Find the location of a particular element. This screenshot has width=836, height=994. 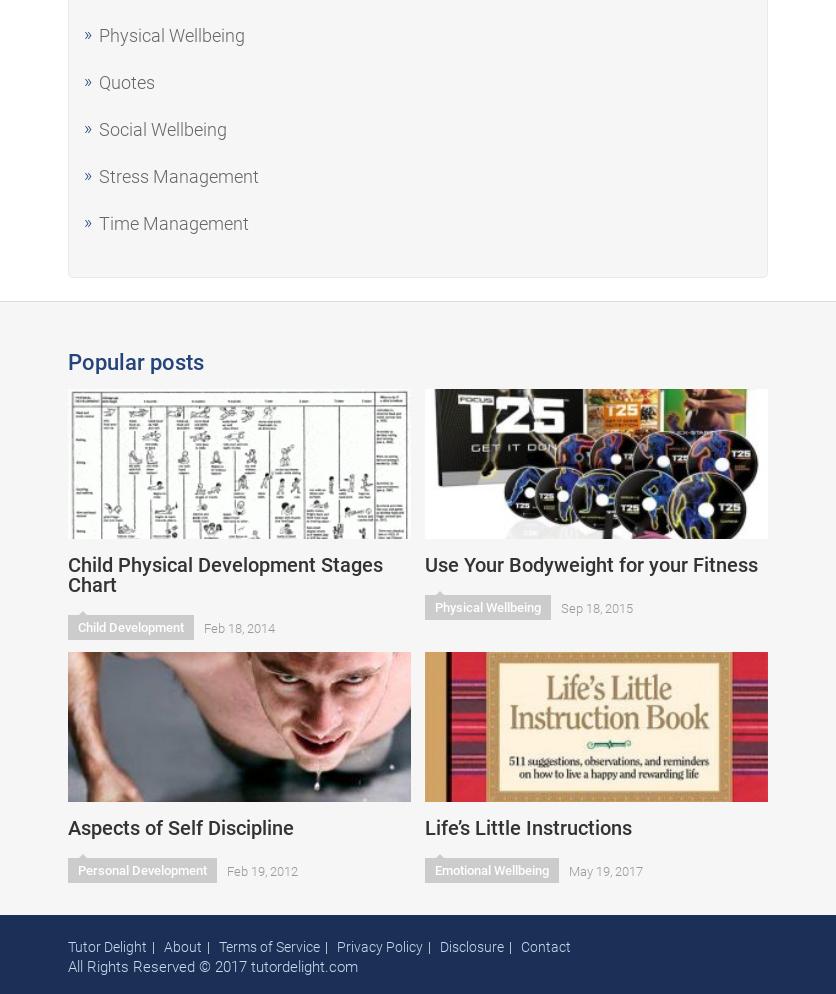

'Emotional Wellbeing' is located at coordinates (491, 870).